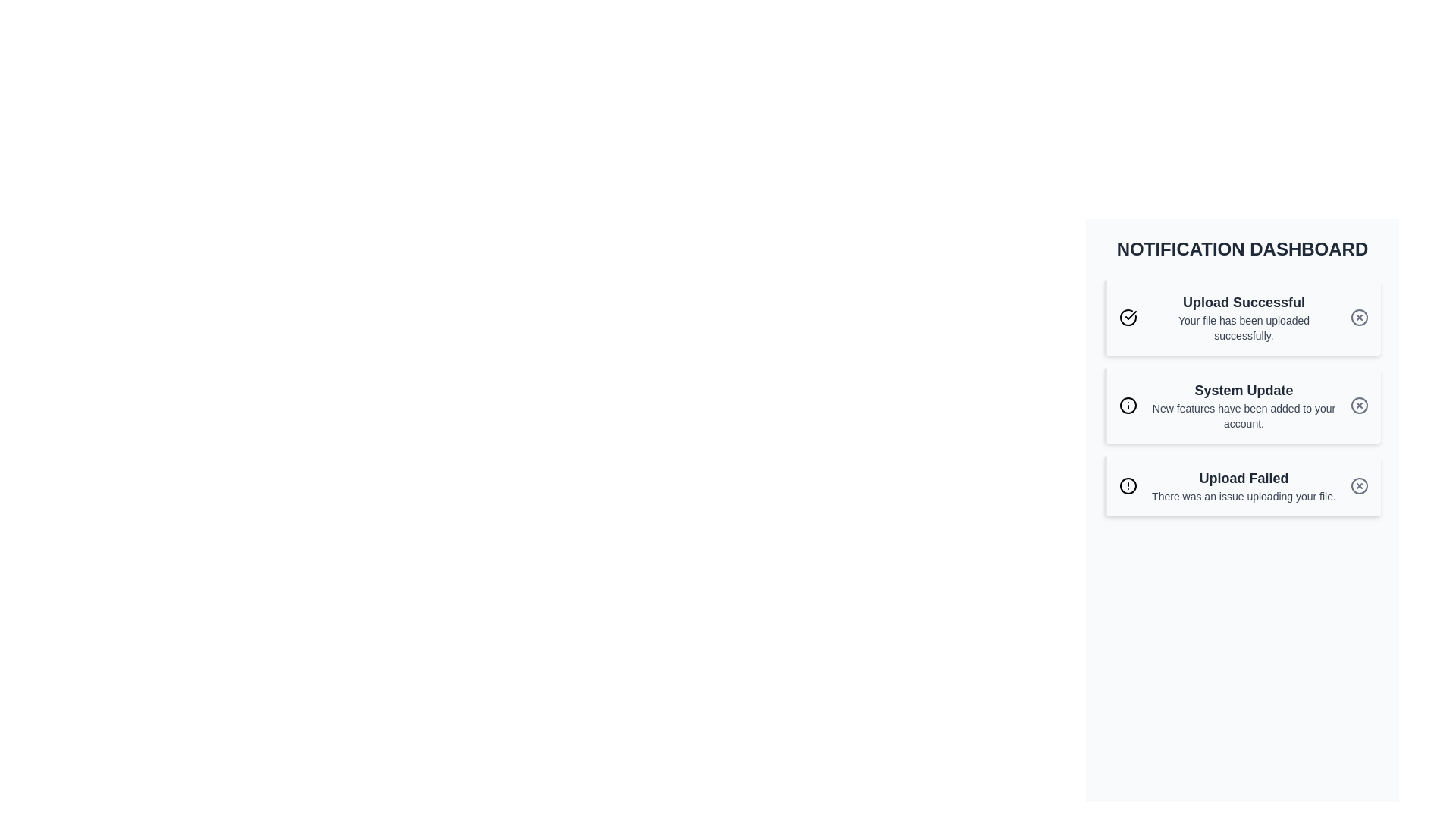 Image resolution: width=1456 pixels, height=819 pixels. What do you see at coordinates (1128, 317) in the screenshot?
I see `the left circular segment of the icon indicating a successful action, located next to the text 'Upload Successful' in the first notification item on the right-hand panel` at bounding box center [1128, 317].